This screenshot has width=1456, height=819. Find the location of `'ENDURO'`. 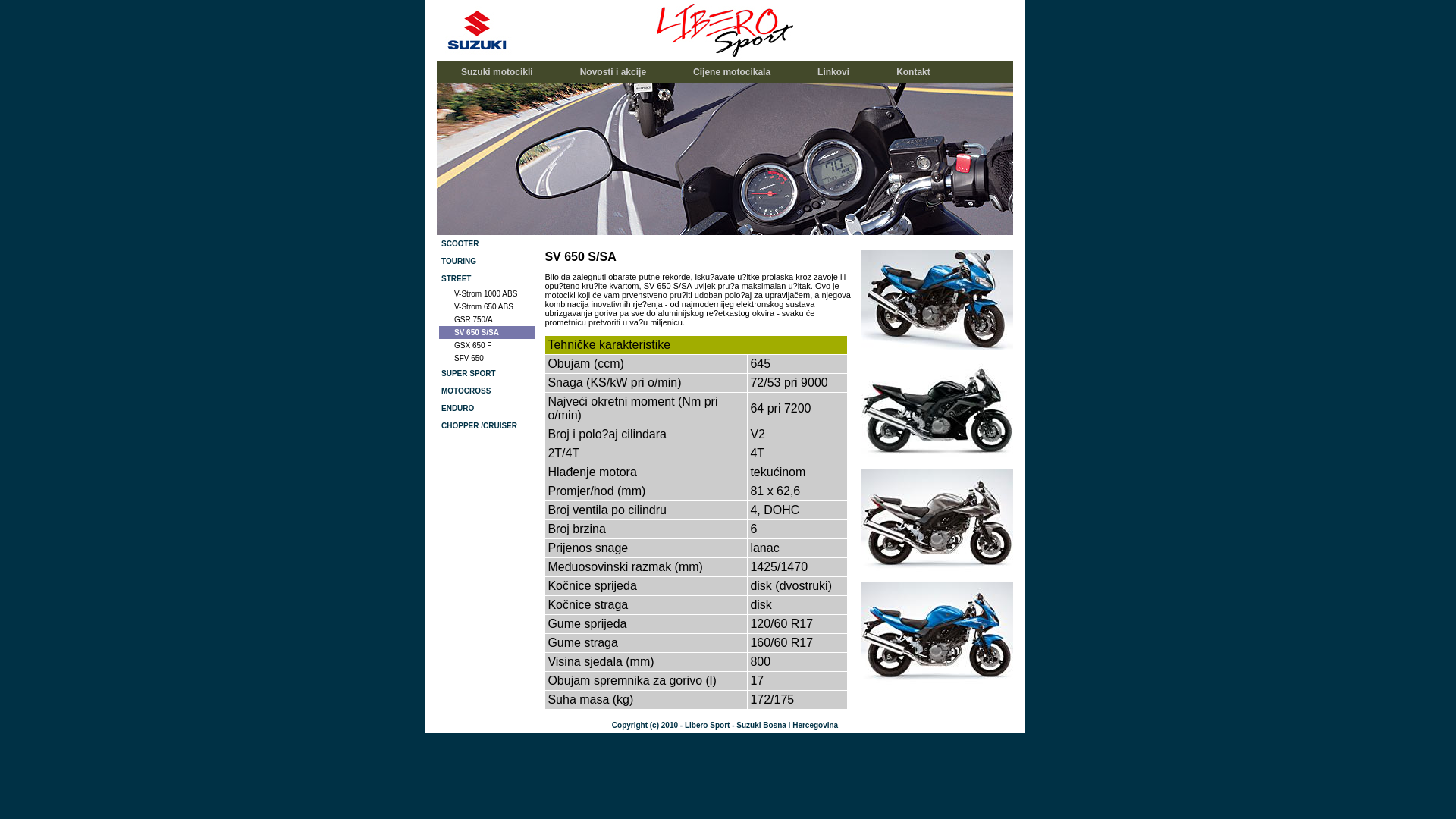

'ENDURO' is located at coordinates (487, 407).